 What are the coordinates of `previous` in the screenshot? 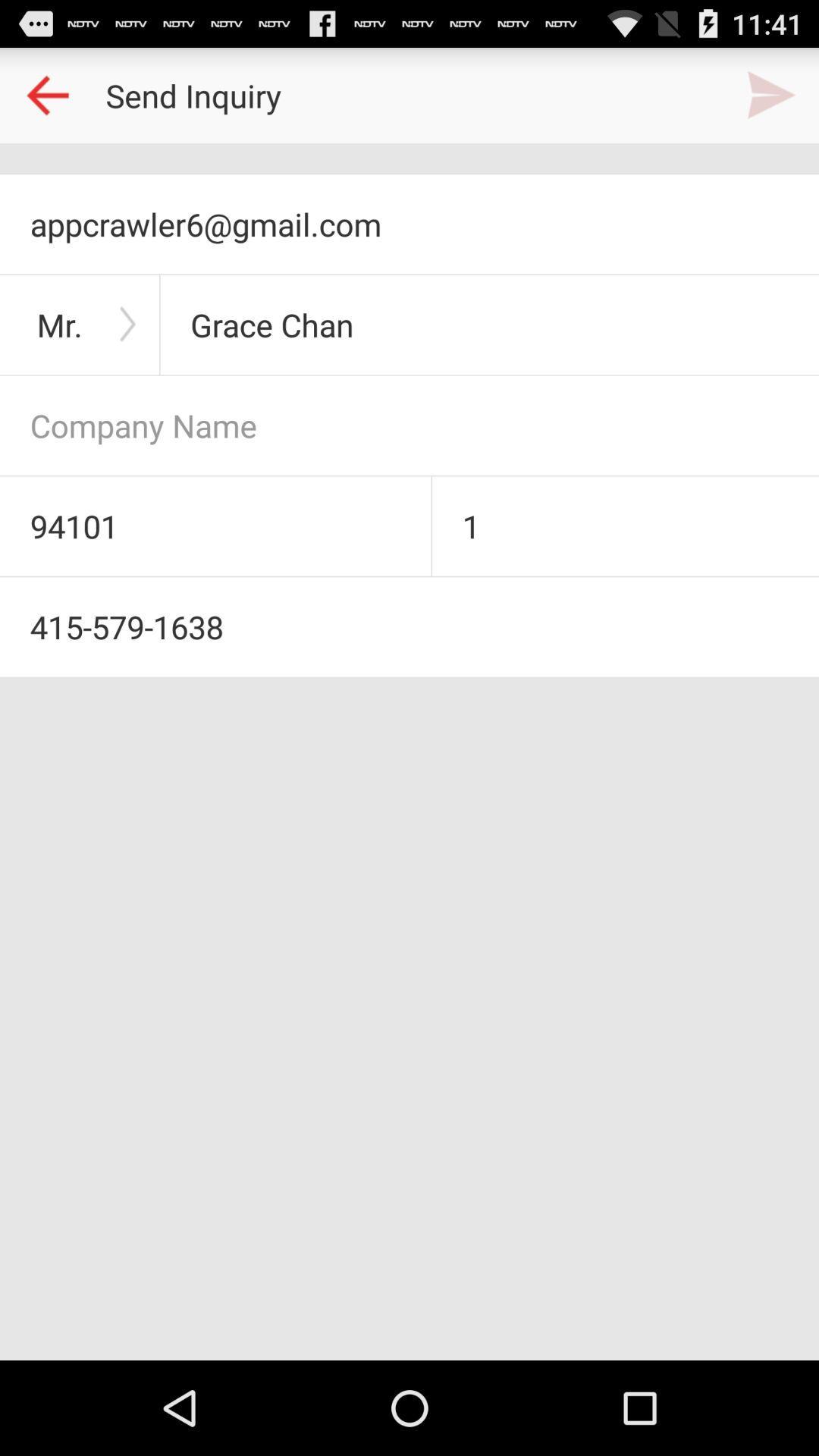 It's located at (46, 94).